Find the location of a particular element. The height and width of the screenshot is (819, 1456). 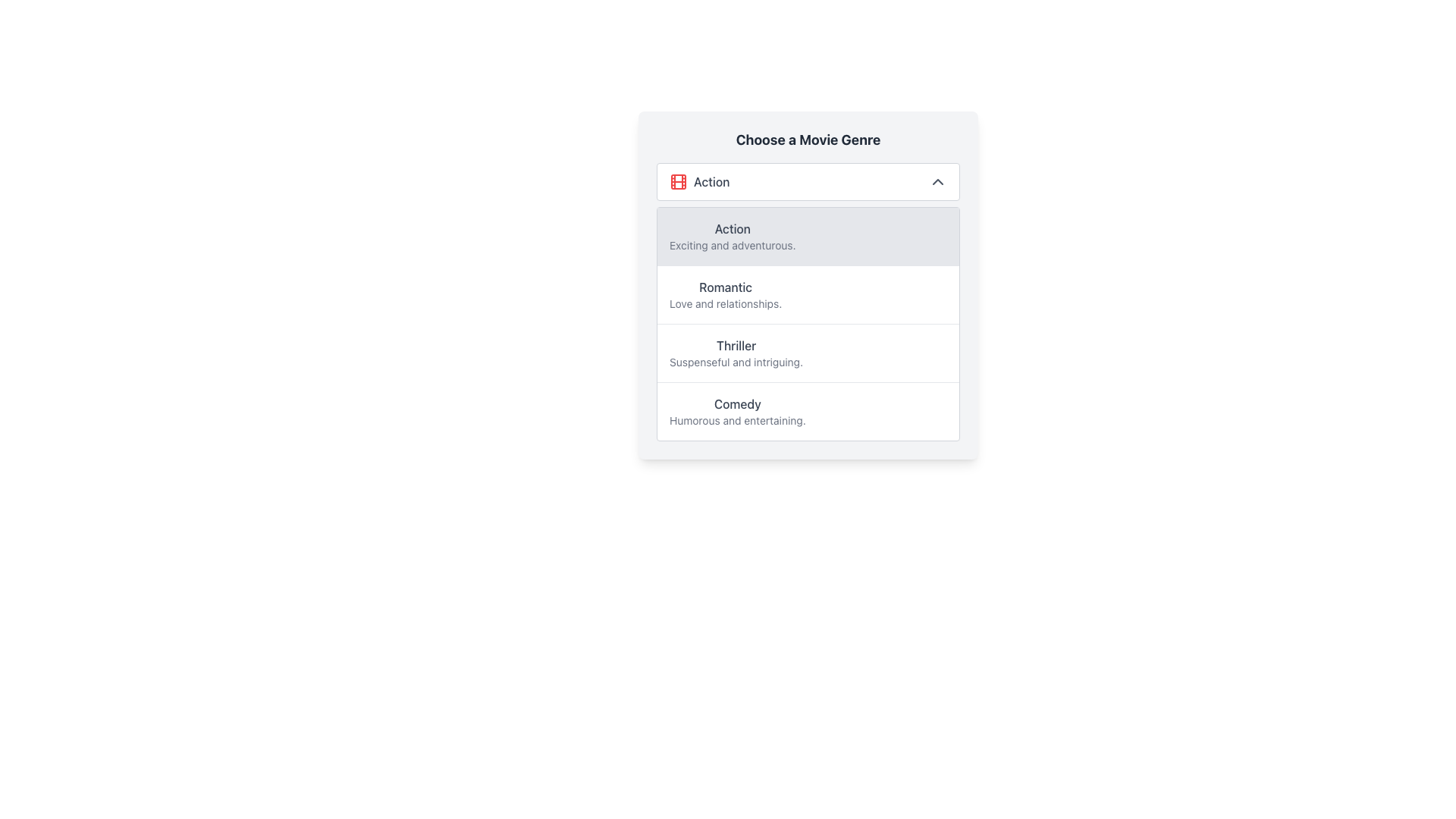

the 'Action' text option in the dropdown menu is located at coordinates (698, 180).